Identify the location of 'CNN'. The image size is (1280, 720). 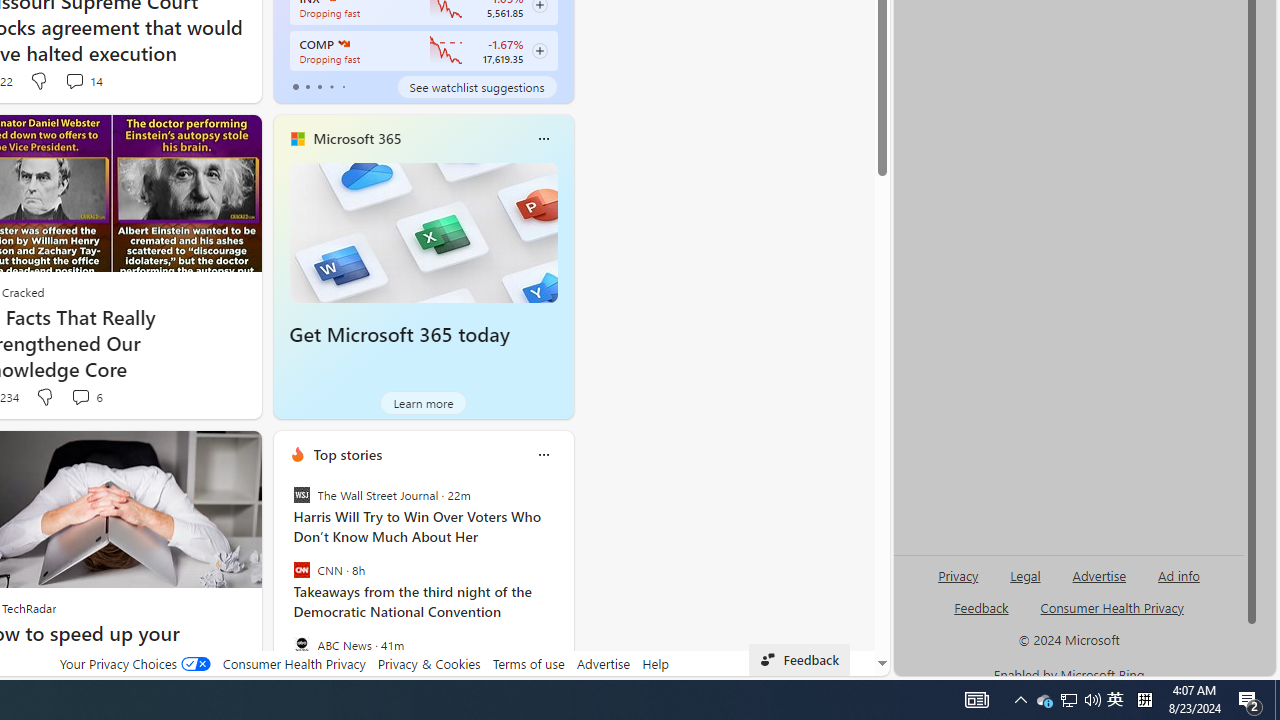
(300, 570).